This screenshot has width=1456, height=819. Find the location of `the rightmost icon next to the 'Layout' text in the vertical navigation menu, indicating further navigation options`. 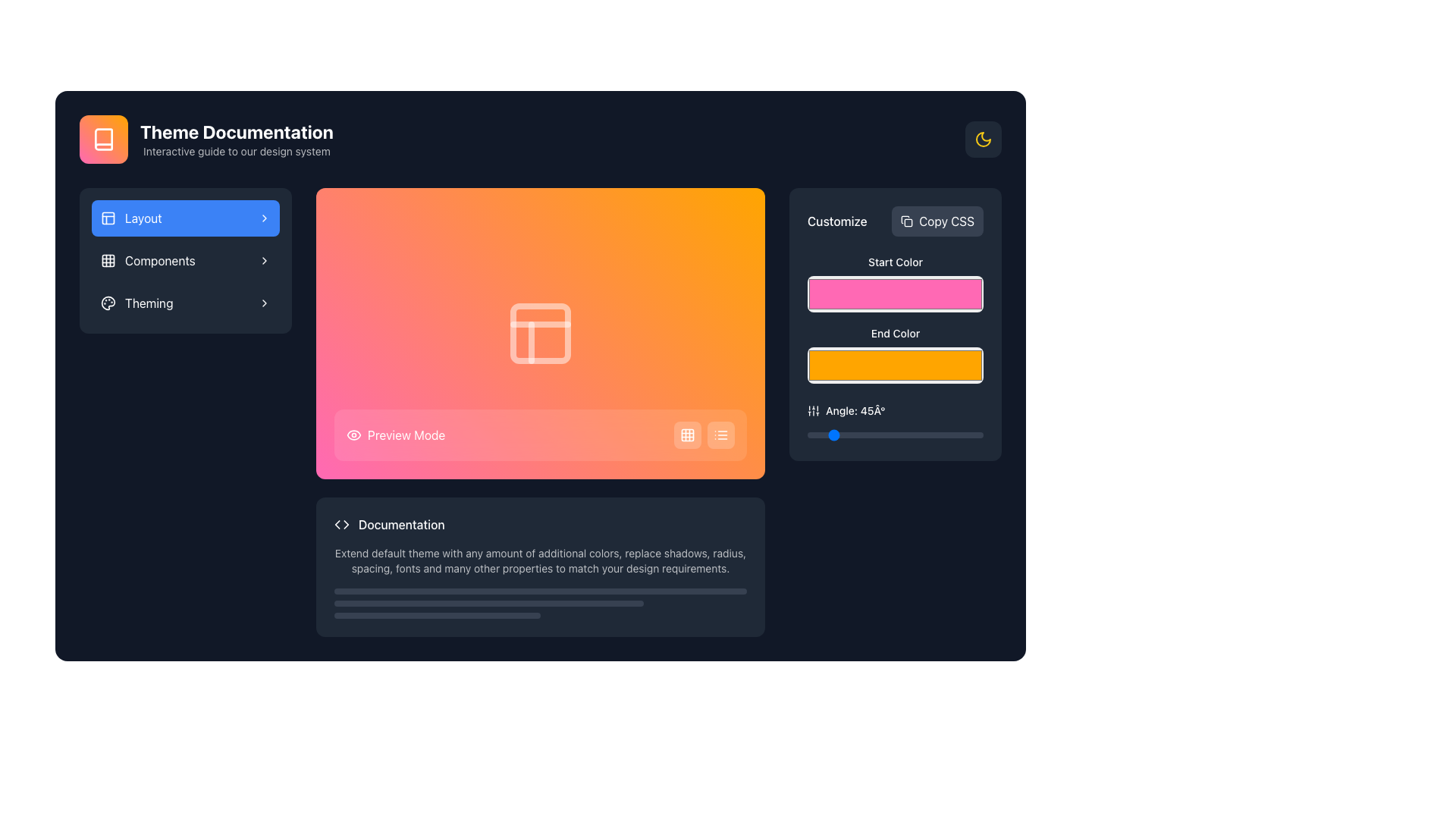

the rightmost icon next to the 'Layout' text in the vertical navigation menu, indicating further navigation options is located at coordinates (265, 218).